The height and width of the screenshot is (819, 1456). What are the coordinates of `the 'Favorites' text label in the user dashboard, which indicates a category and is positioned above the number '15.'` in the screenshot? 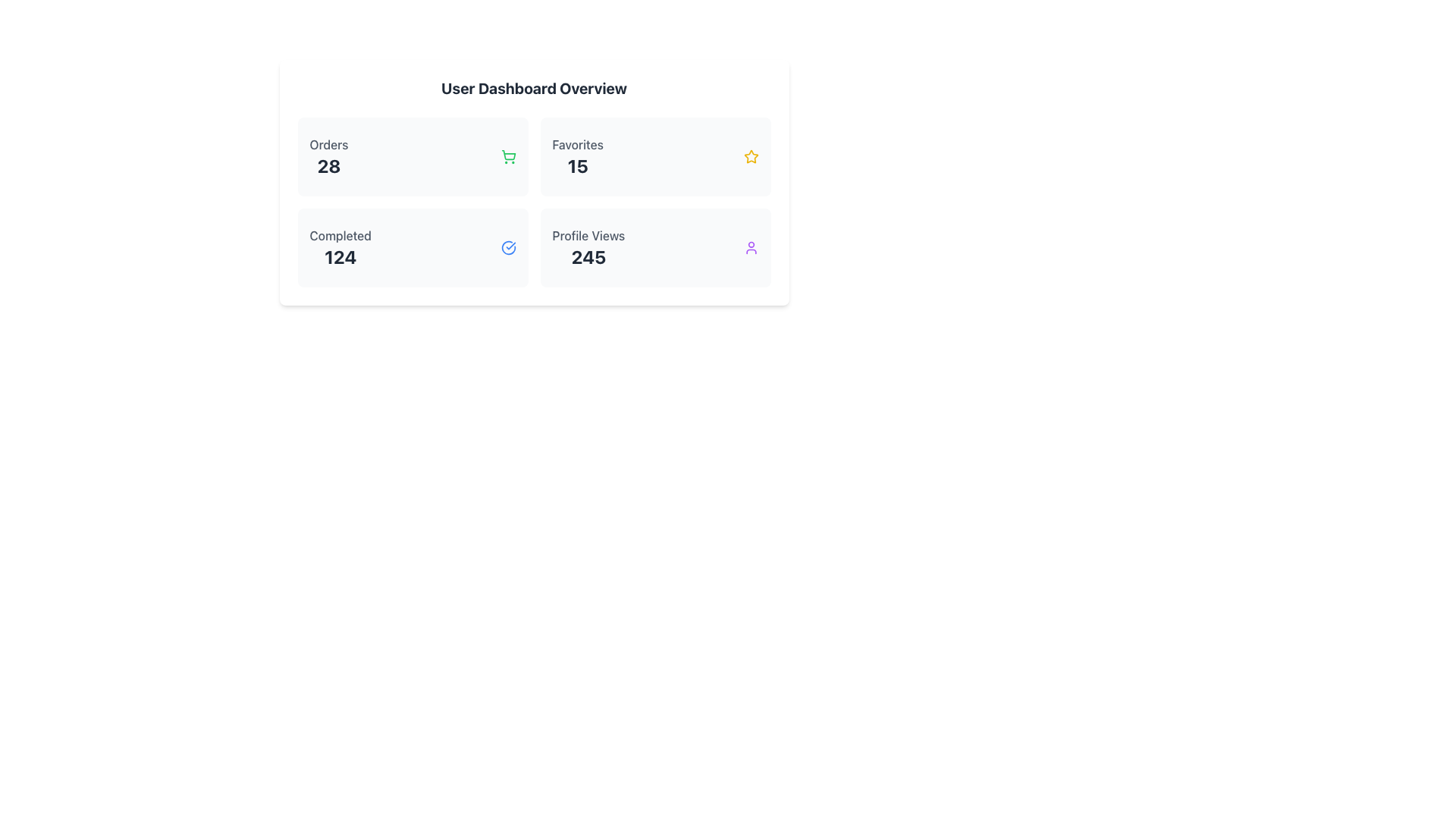 It's located at (577, 145).